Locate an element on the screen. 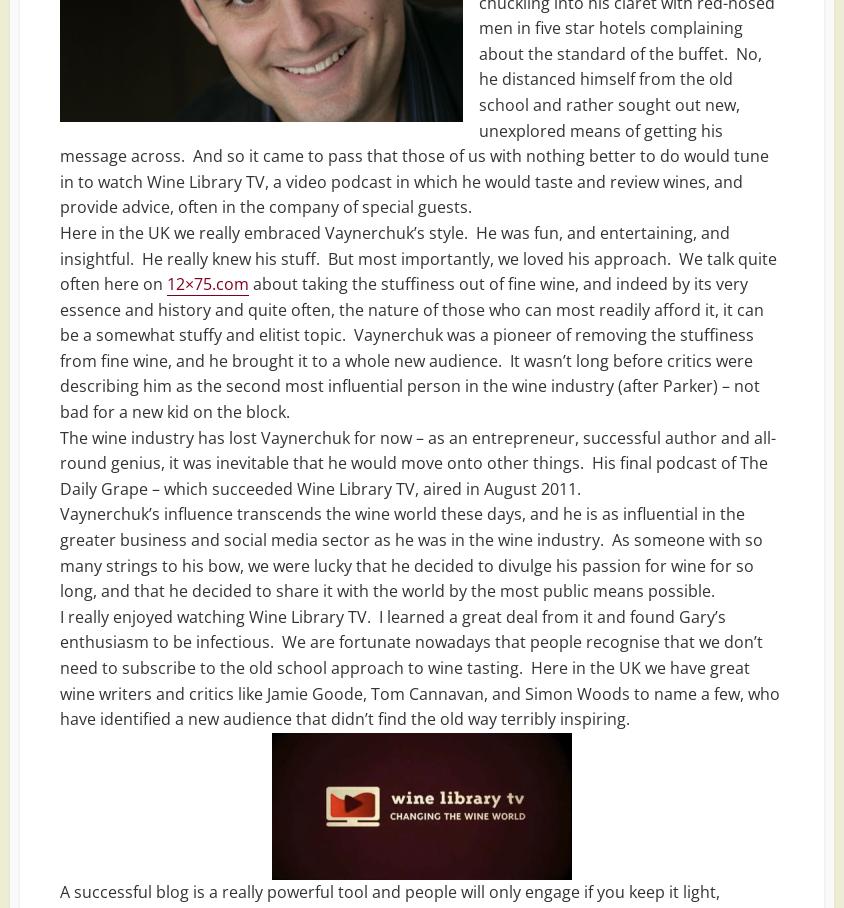  '5 Best Toffee Vodka Brands | UK Reviews & Guide | 2022' is located at coordinates (339, 325).